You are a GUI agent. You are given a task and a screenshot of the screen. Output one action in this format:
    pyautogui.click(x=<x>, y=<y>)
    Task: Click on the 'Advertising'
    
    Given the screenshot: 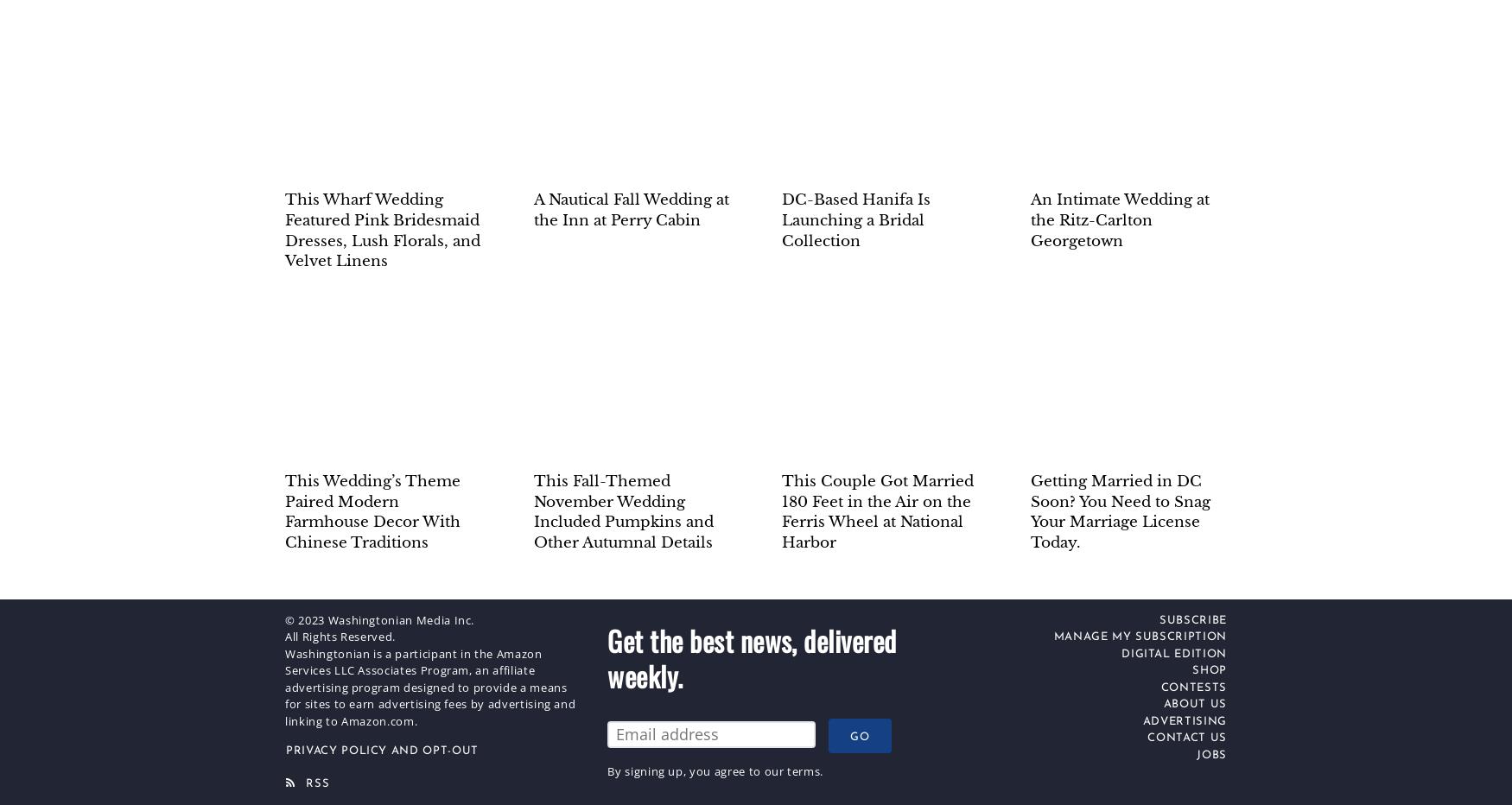 What is the action you would take?
    pyautogui.click(x=1141, y=719)
    